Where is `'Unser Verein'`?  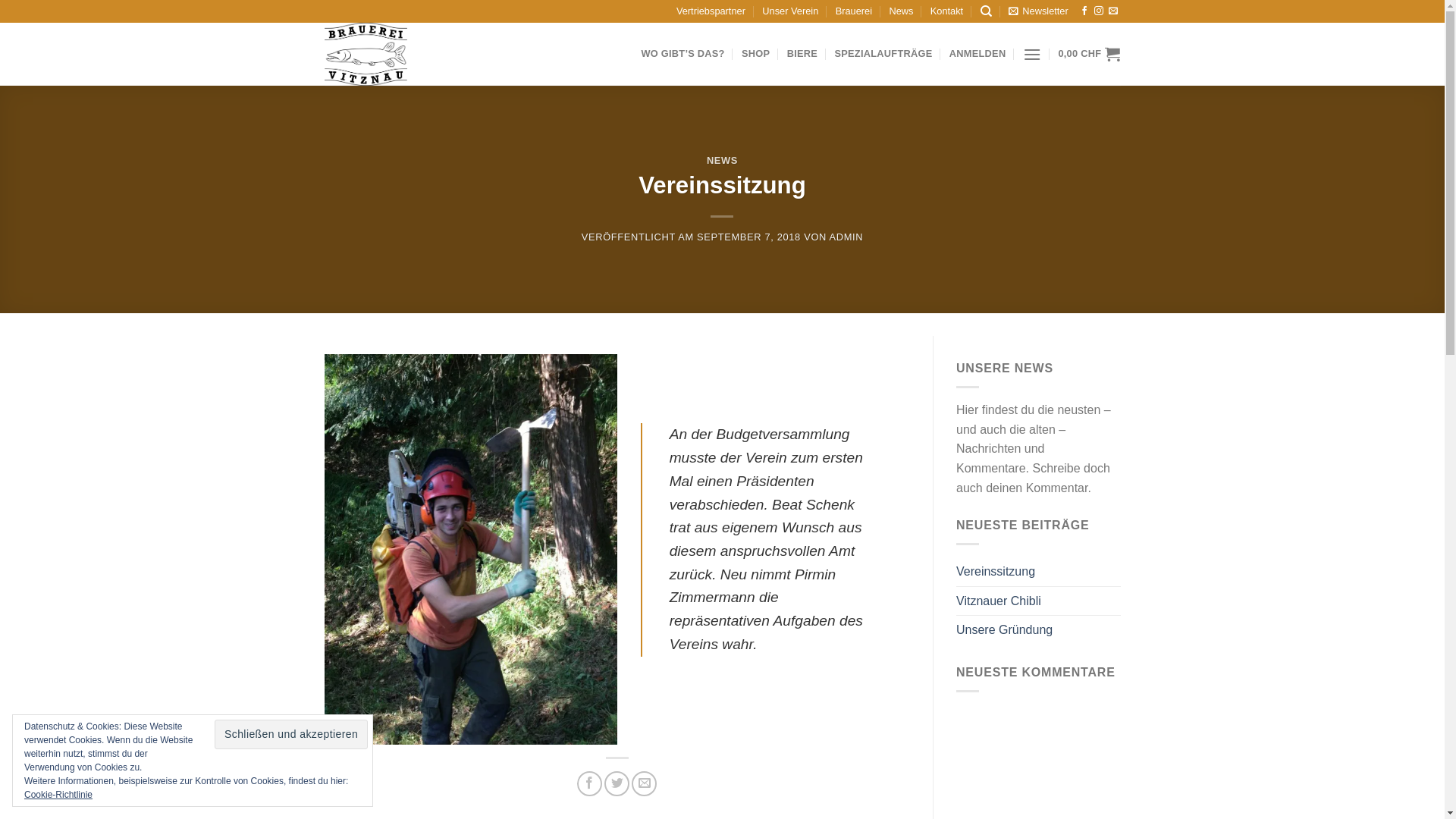
'Unser Verein' is located at coordinates (789, 11).